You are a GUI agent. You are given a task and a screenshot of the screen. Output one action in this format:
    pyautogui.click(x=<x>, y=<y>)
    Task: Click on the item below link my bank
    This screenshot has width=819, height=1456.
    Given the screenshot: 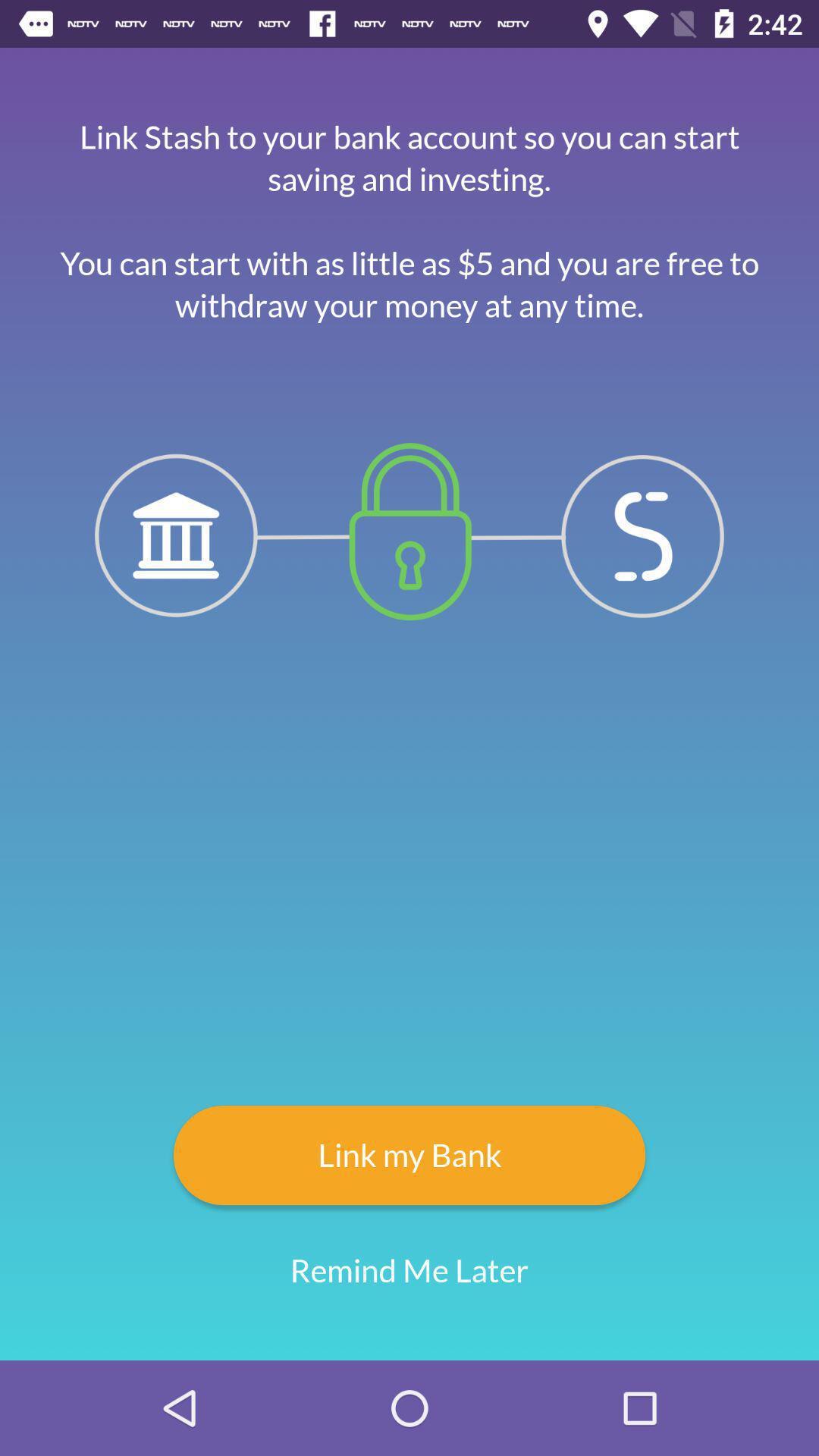 What is the action you would take?
    pyautogui.click(x=409, y=1270)
    